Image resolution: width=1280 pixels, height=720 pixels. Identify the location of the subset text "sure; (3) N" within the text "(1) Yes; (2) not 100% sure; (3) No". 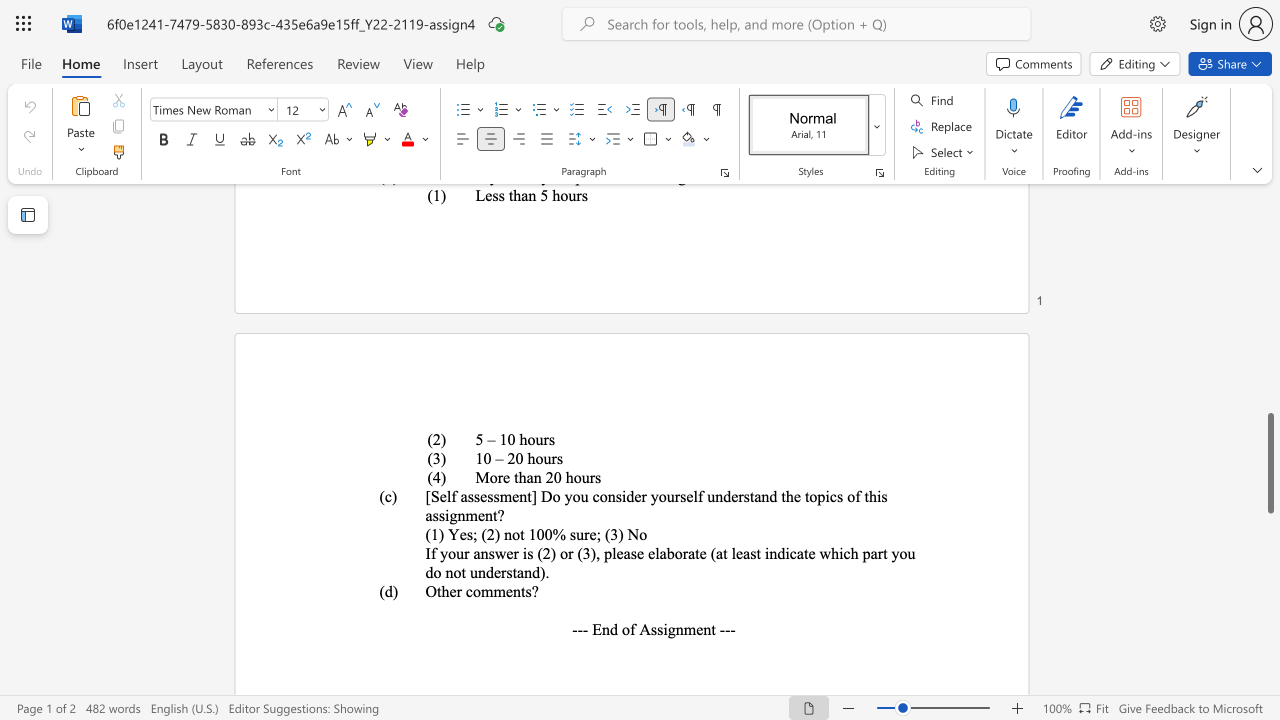
(568, 533).